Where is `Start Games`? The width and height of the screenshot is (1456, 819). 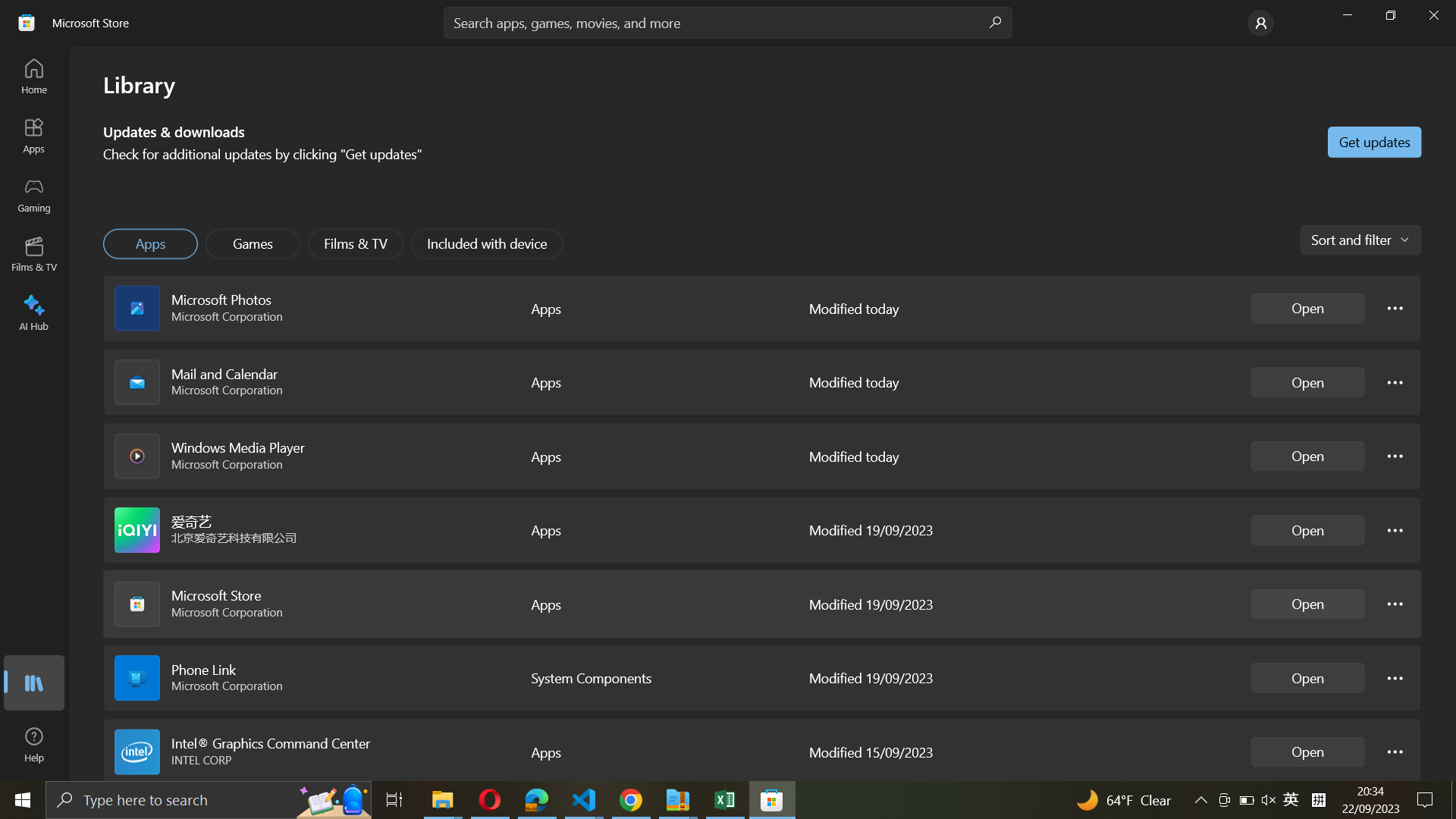
Start Games is located at coordinates (253, 243).